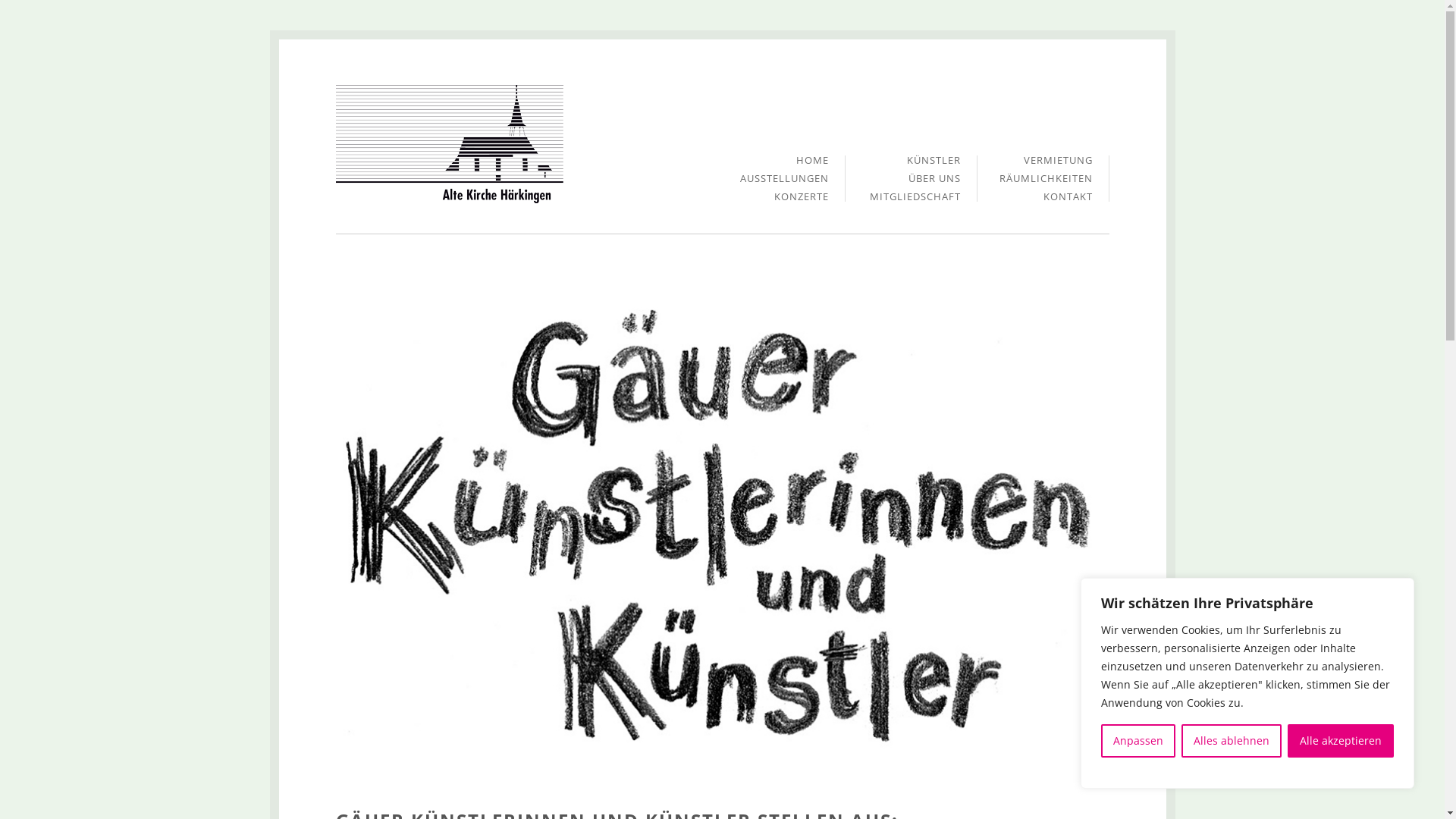 The width and height of the screenshot is (1456, 819). I want to click on 'VERMIETUNG', so click(1057, 164).